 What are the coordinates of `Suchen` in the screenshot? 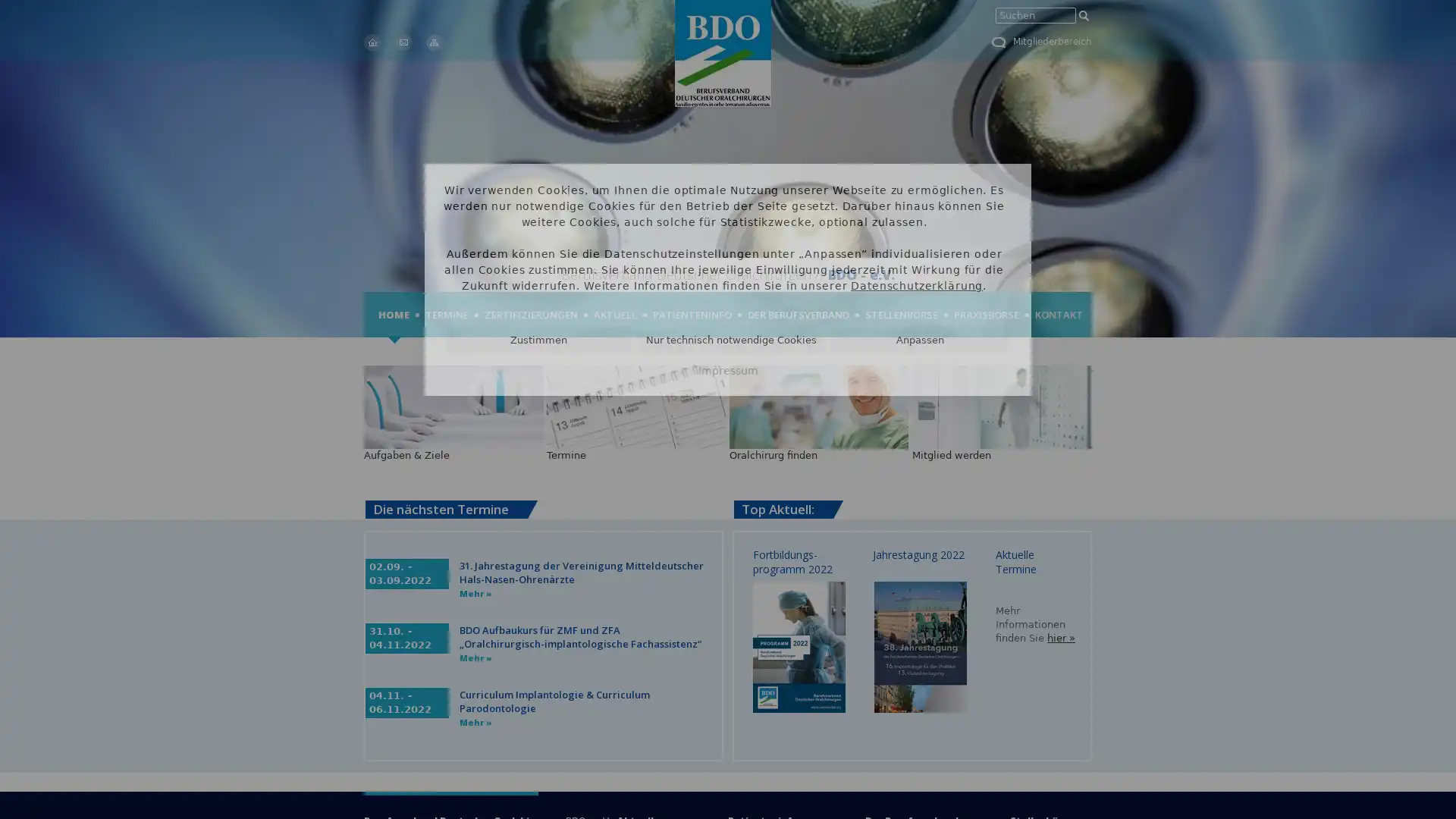 It's located at (1083, 15).